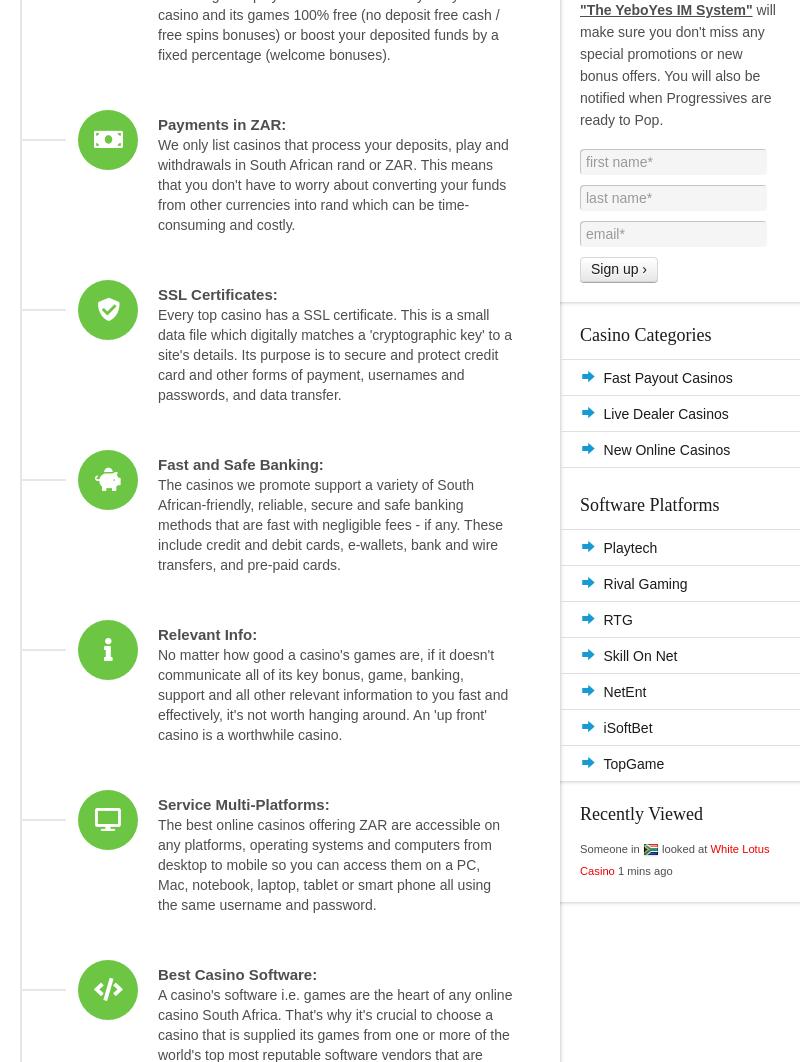 This screenshot has height=1062, width=800. What do you see at coordinates (236, 973) in the screenshot?
I see `'Best Casino Software:'` at bounding box center [236, 973].